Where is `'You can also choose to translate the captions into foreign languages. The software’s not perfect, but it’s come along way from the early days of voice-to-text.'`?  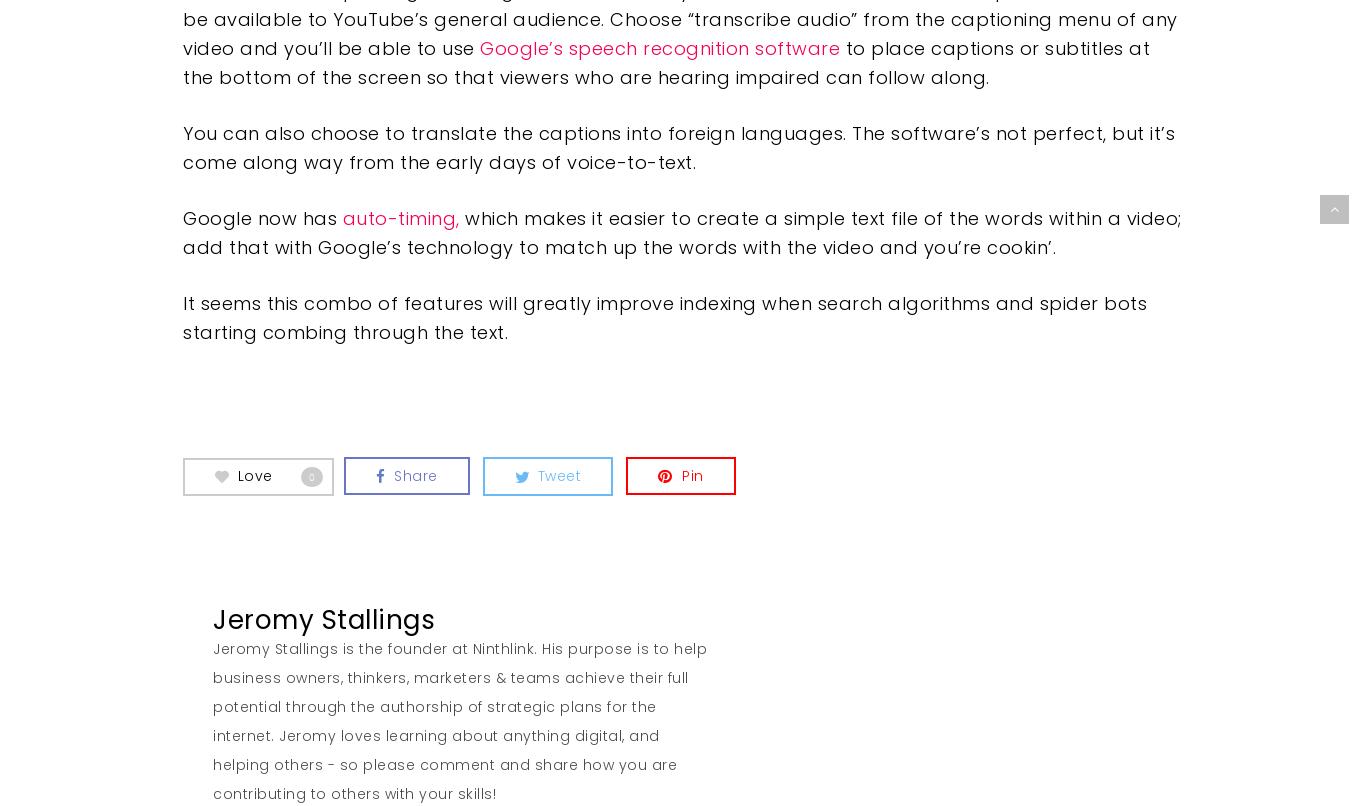
'You can also choose to translate the captions into foreign languages. The software’s not perfect, but it’s come along way from the early days of voice-to-text.' is located at coordinates (678, 147).